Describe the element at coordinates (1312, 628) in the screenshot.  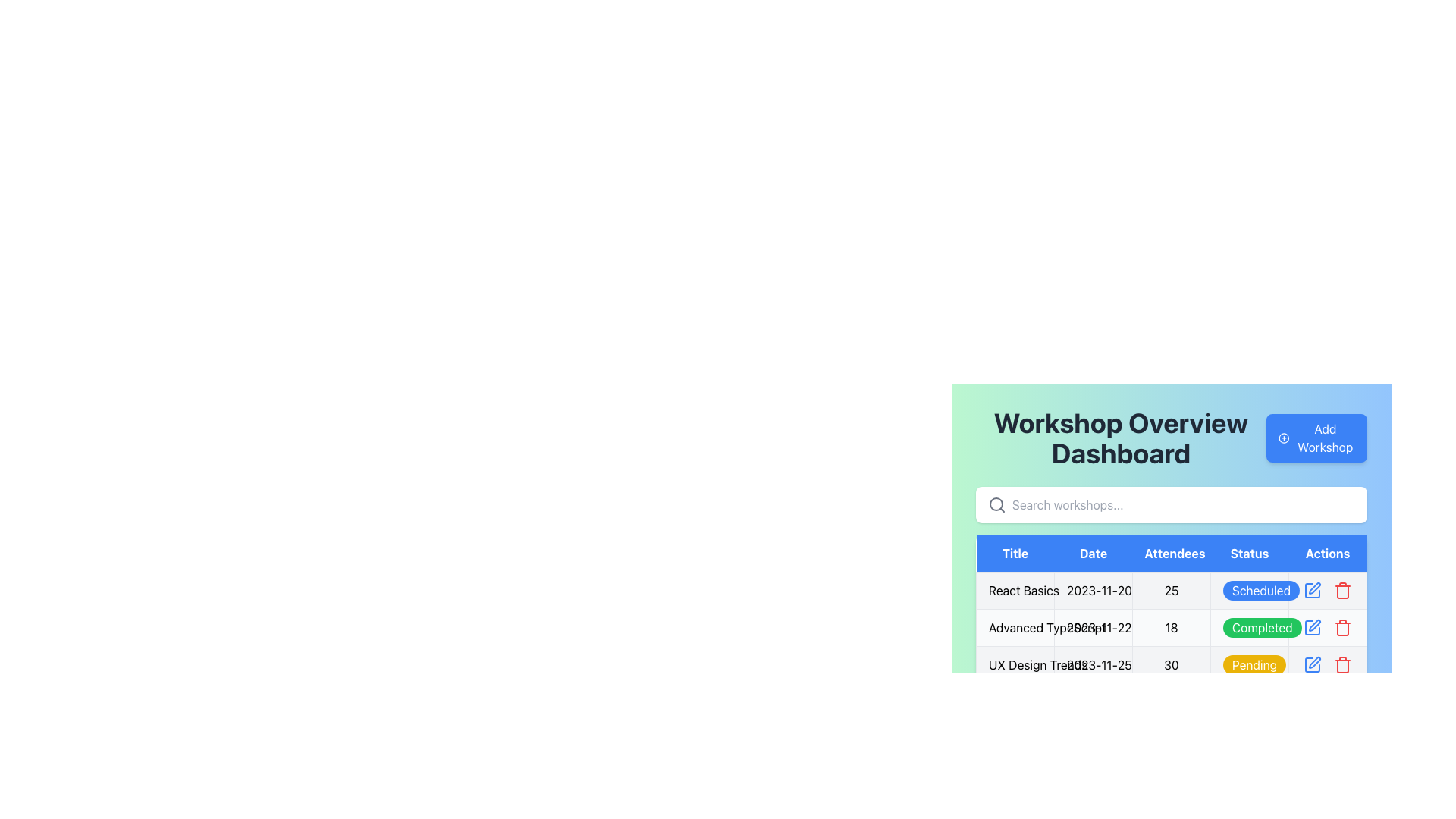
I see `the edit button icon in the 'Actions' column of the second row for the 'Advanced Typescript' workshop` at that location.